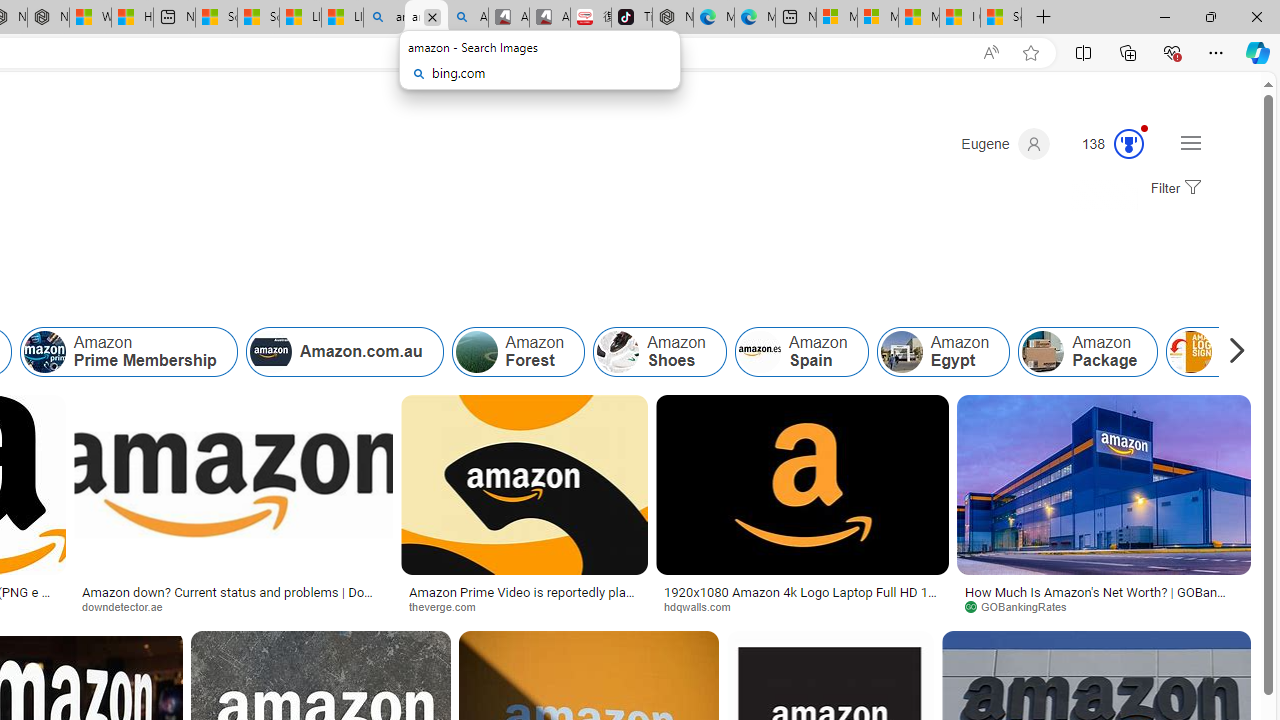  I want to click on 'Amazon Login', so click(1191, 351).